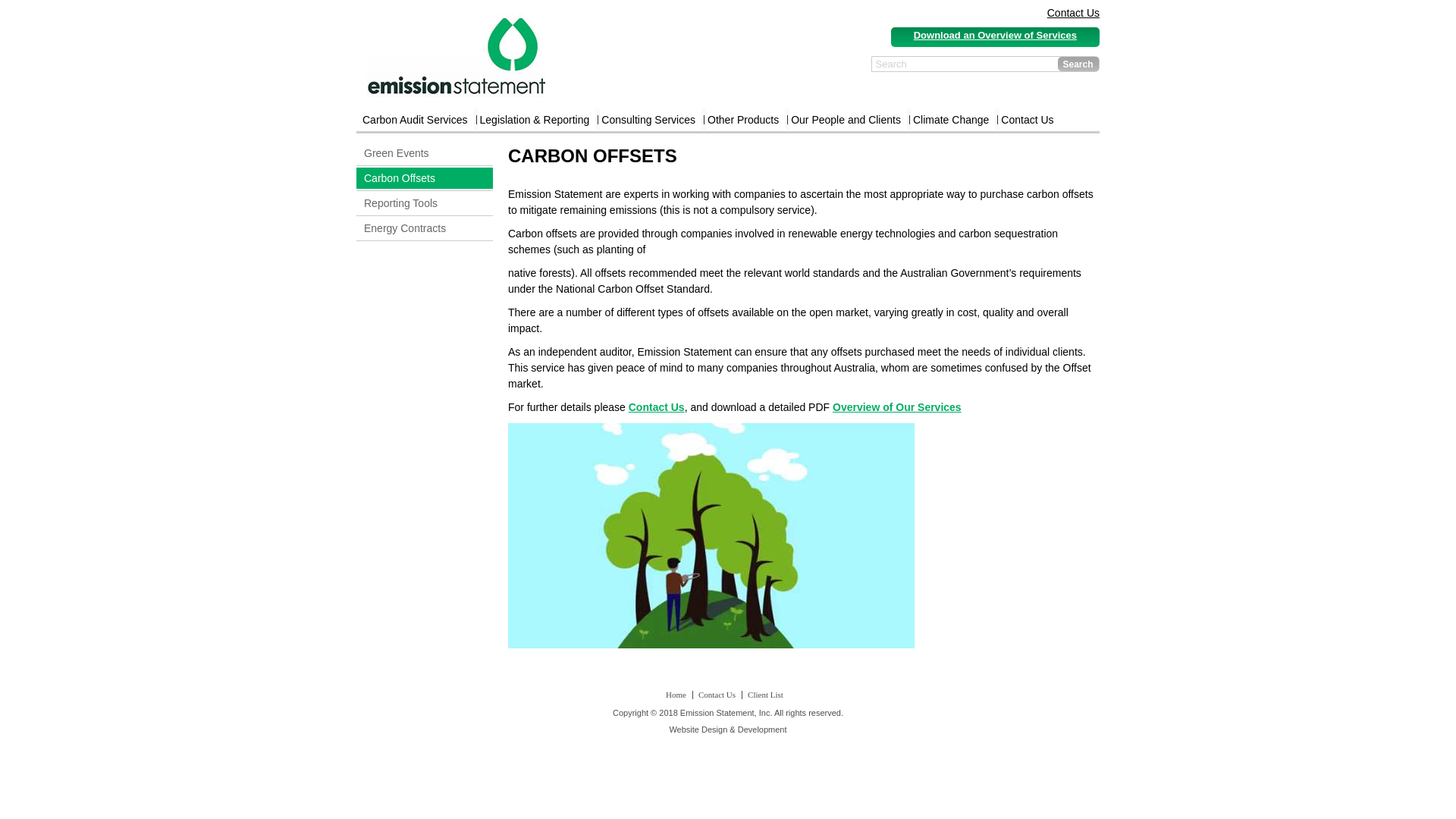 Image resolution: width=1456 pixels, height=819 pixels. I want to click on 'Website Design & Development', so click(728, 728).